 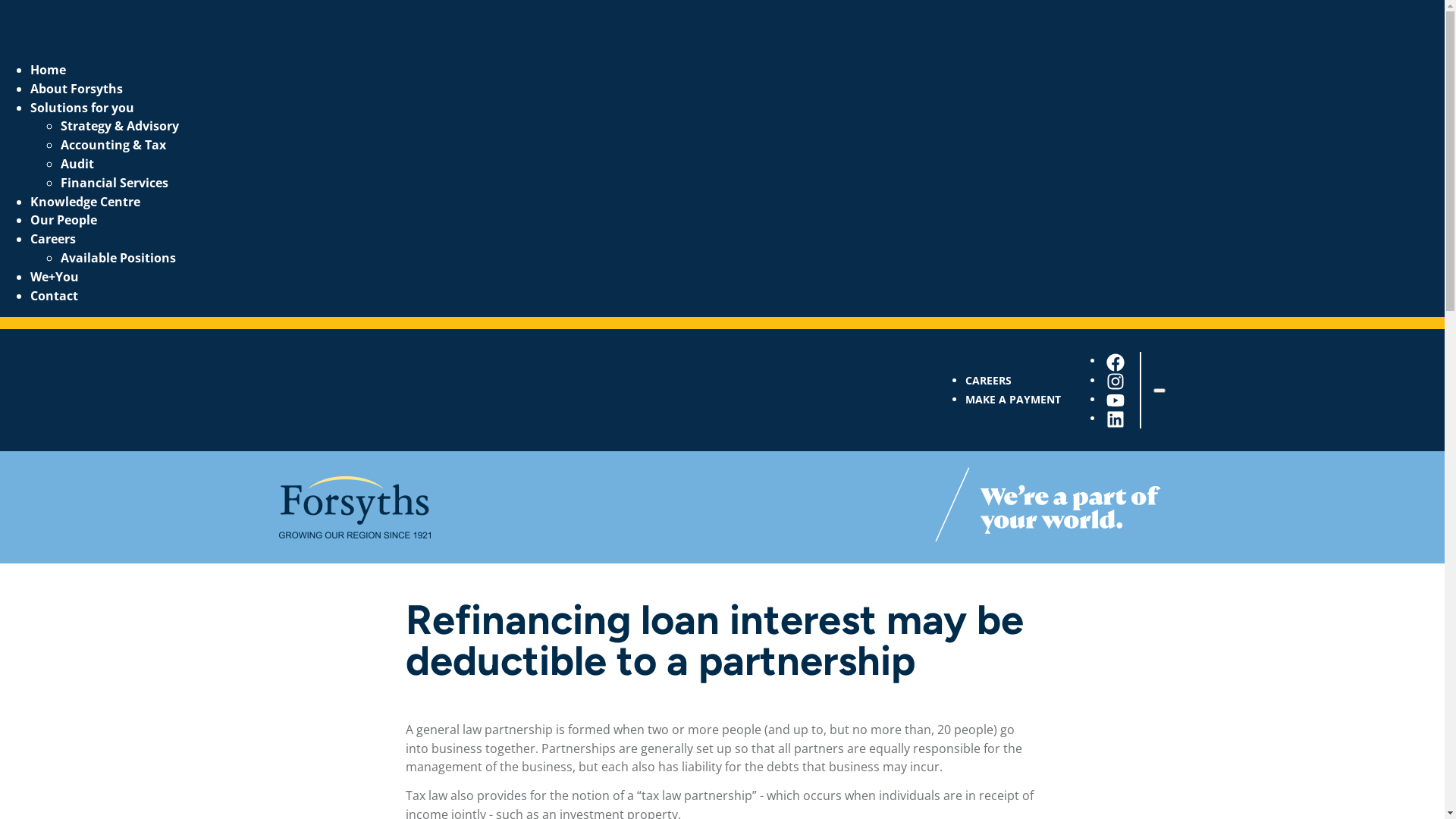 What do you see at coordinates (62, 219) in the screenshot?
I see `'Our People'` at bounding box center [62, 219].